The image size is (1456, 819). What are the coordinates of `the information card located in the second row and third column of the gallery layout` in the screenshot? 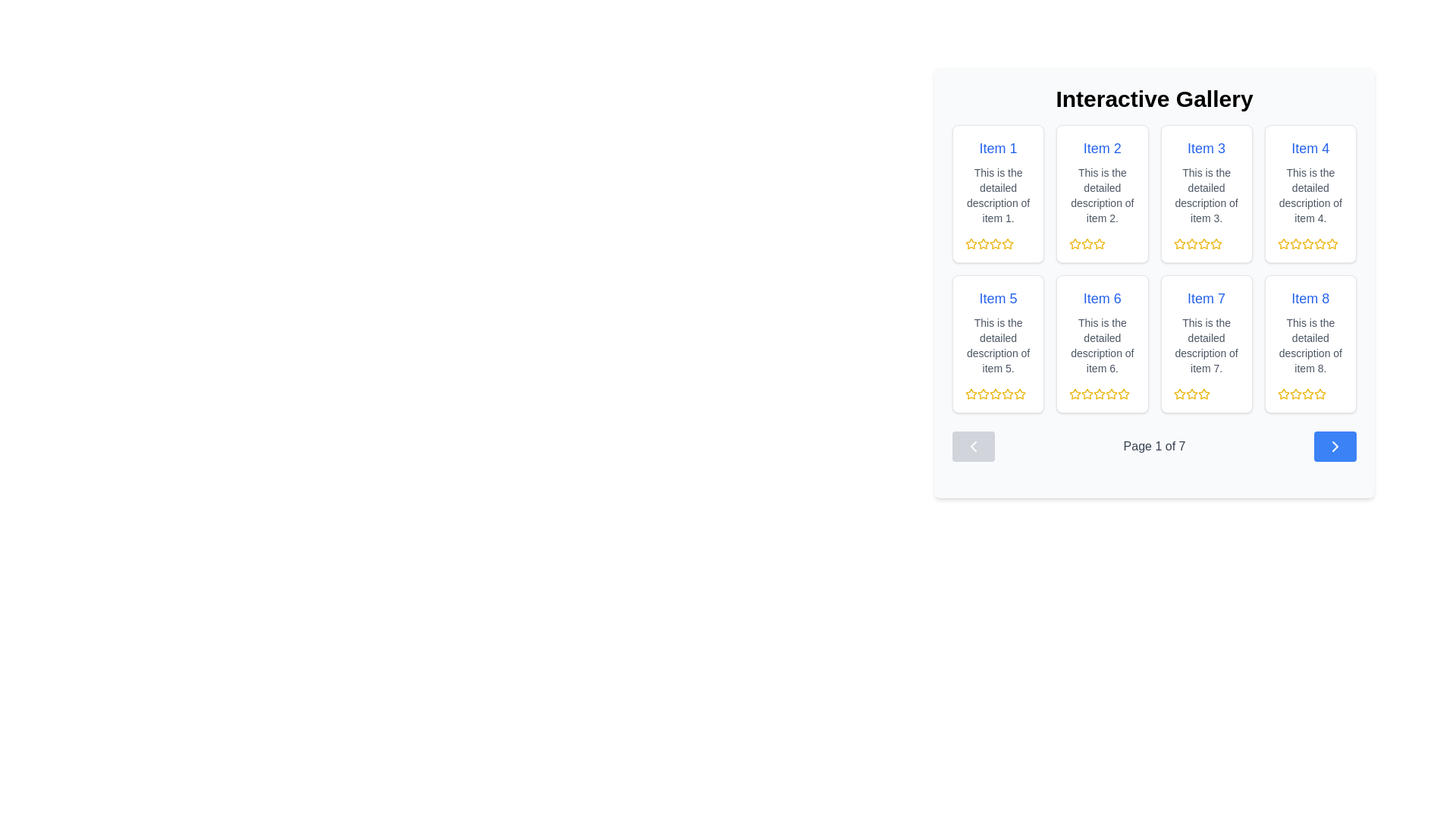 It's located at (1206, 344).